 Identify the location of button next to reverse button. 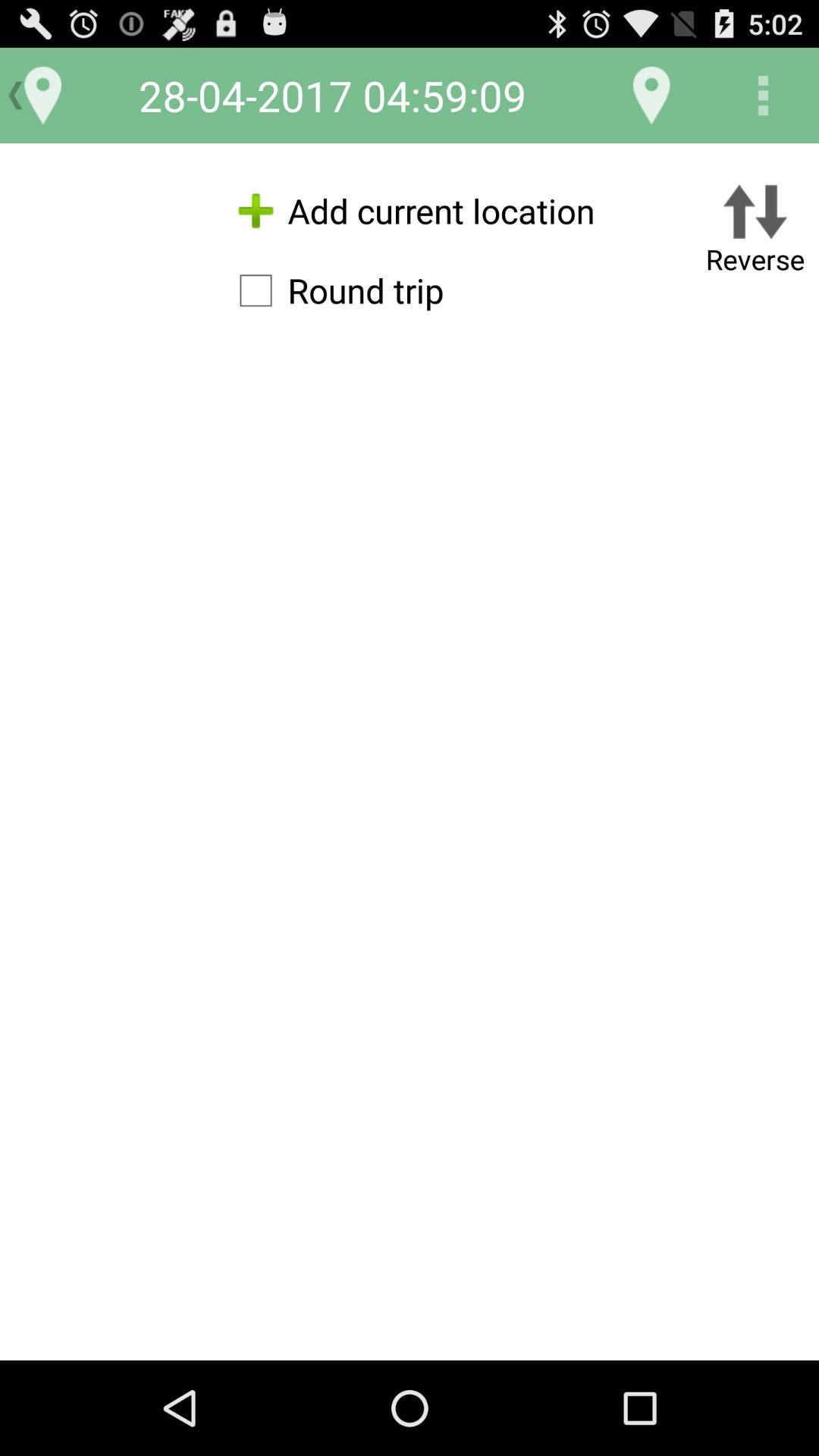
(333, 290).